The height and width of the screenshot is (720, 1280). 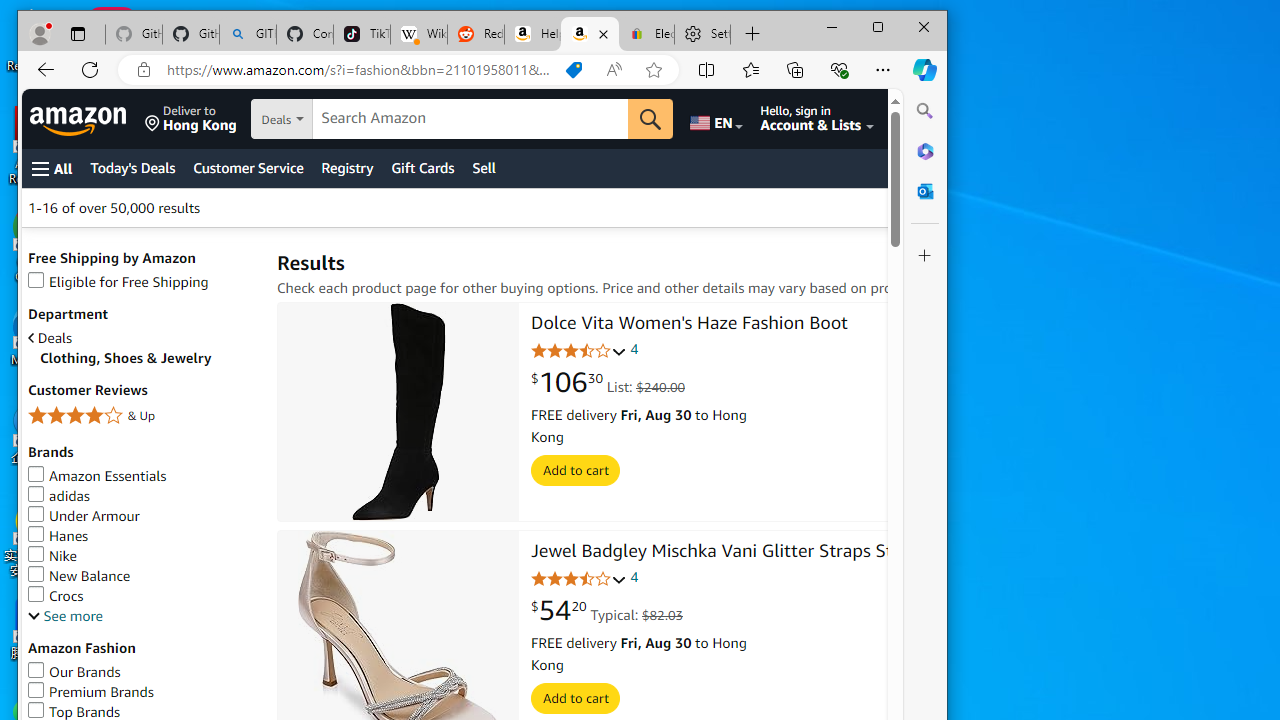 I want to click on 'Premium Brands', so click(x=89, y=690).